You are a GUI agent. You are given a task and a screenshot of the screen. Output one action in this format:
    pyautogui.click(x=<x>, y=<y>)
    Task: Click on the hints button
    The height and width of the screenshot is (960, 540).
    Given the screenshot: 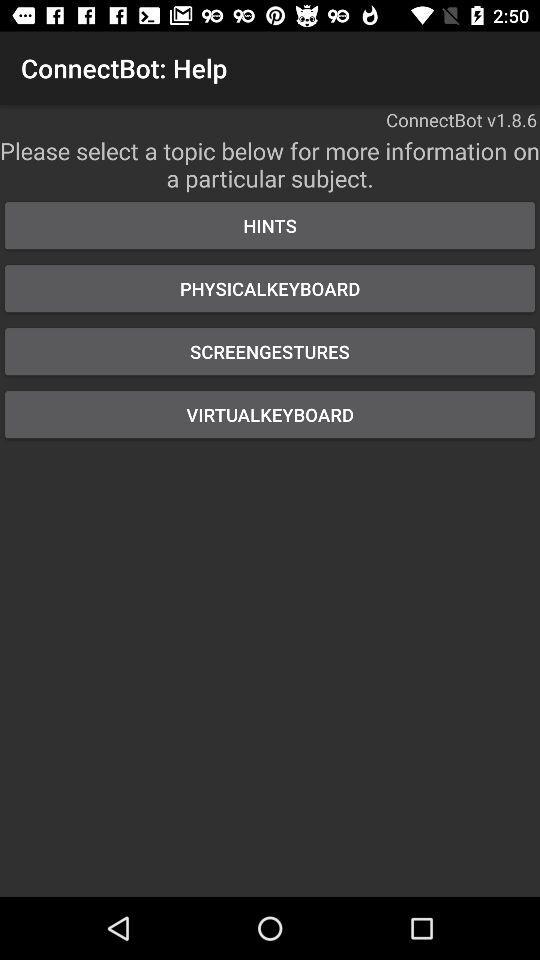 What is the action you would take?
    pyautogui.click(x=270, y=225)
    